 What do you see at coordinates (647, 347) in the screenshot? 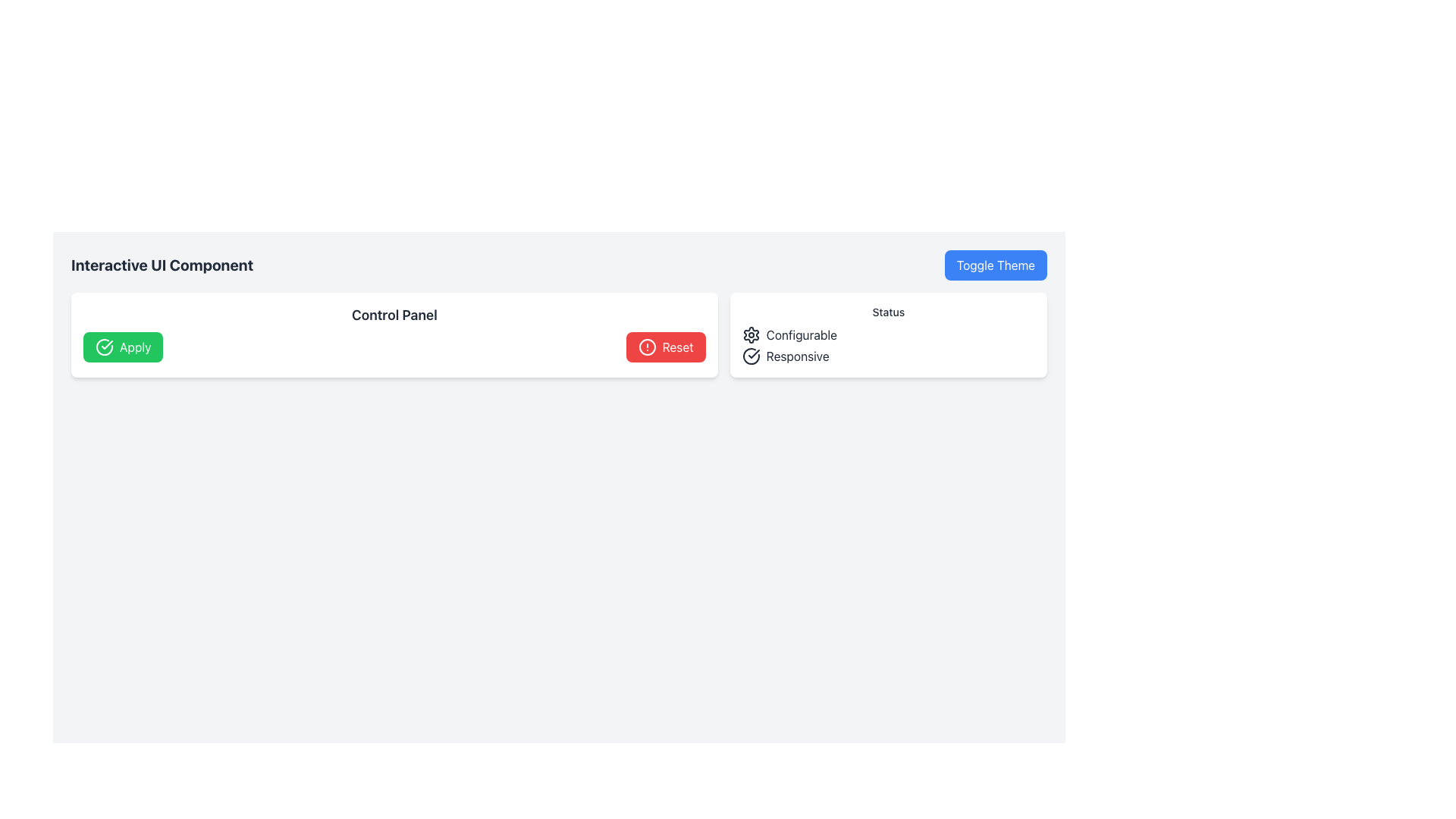
I see `the red circular icon with a warning symbol located within the 'Reset' button on the left side of the control panel` at bounding box center [647, 347].